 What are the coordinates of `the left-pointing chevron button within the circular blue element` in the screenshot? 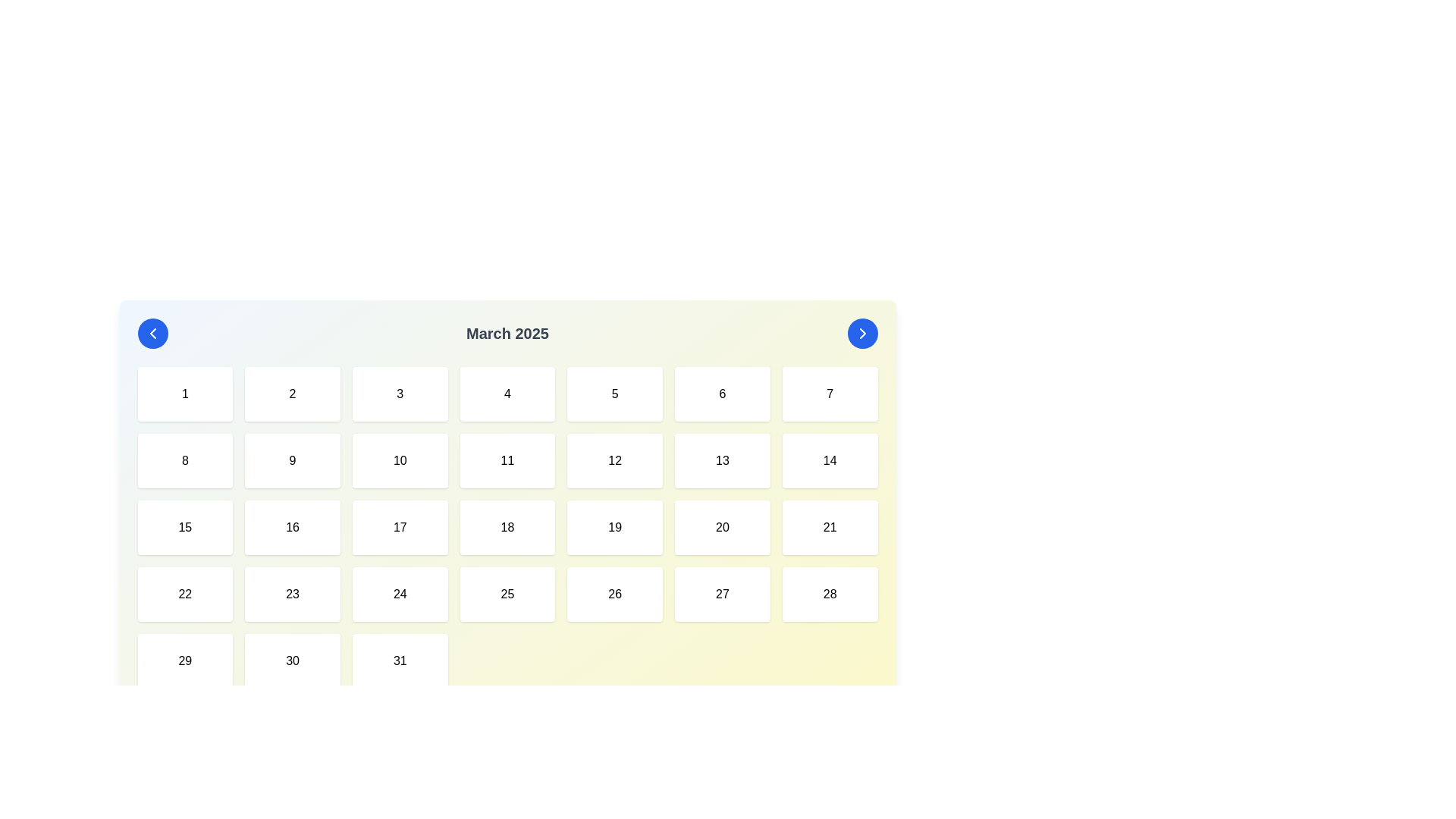 It's located at (152, 332).